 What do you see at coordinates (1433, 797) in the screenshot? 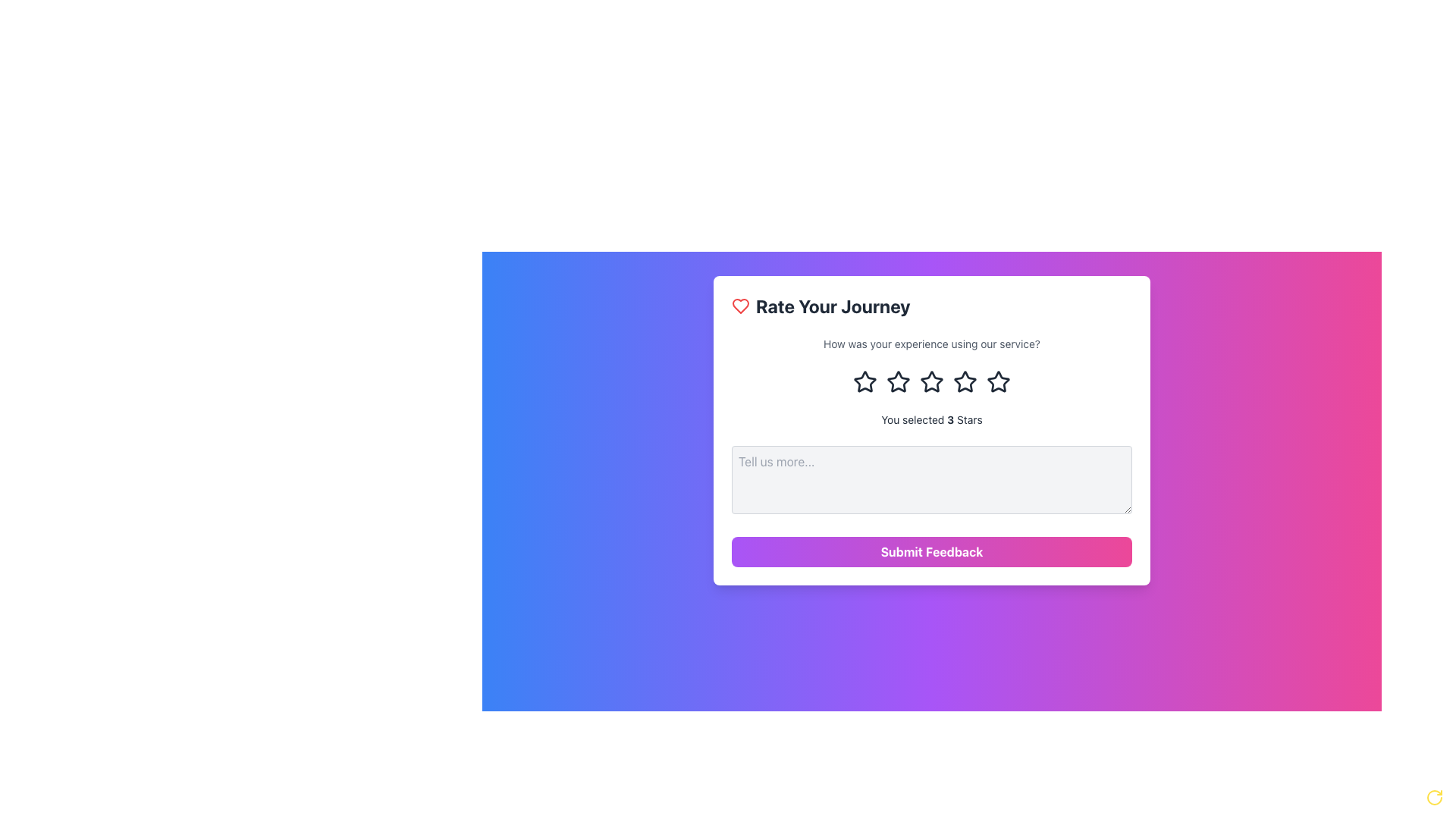
I see `the circular yellow refresh icon button located in the bottom-right corner of the interface` at bounding box center [1433, 797].